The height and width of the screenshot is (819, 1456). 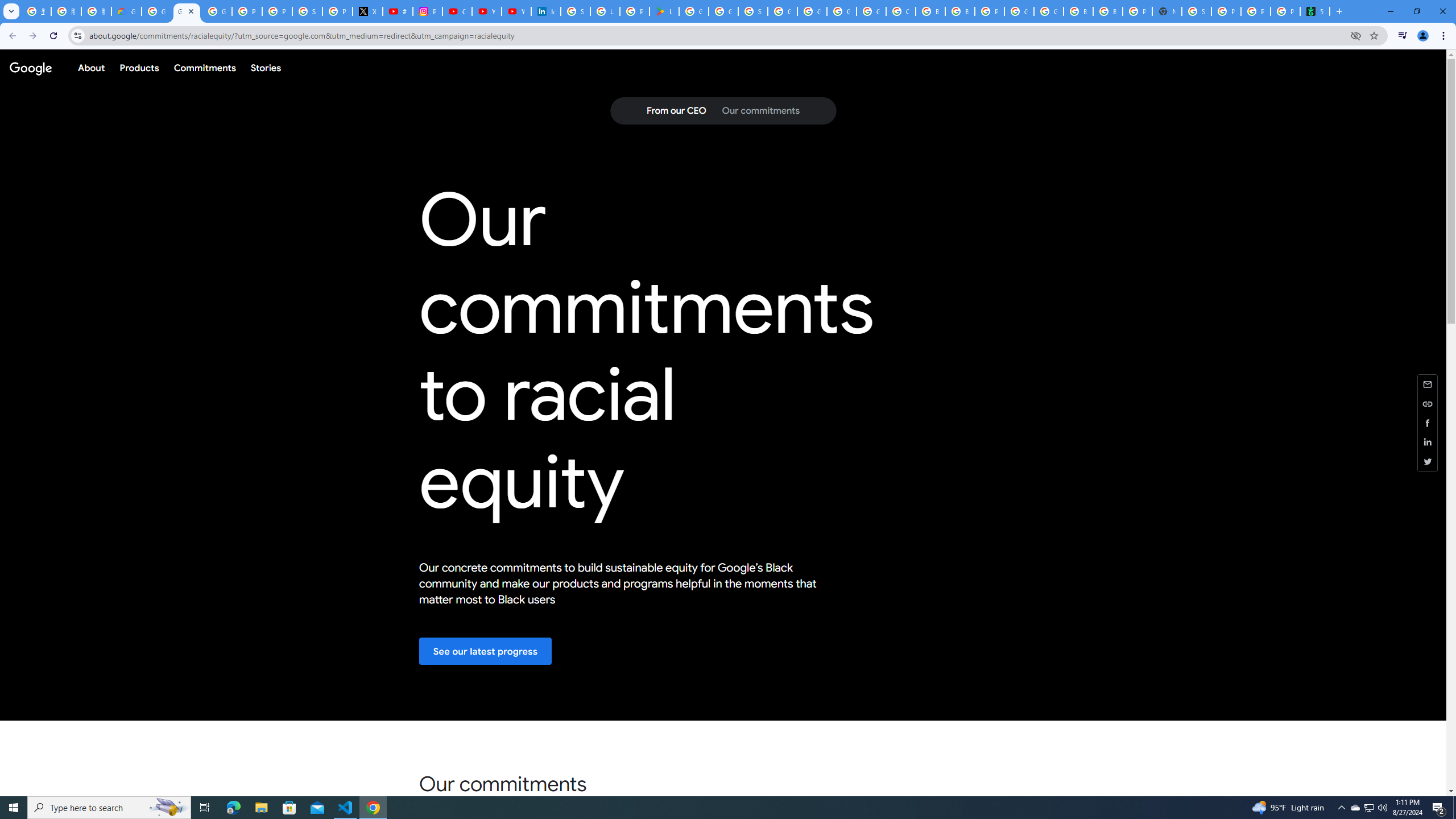 What do you see at coordinates (515, 11) in the screenshot?
I see `'YouTube Culture & Trends - YouTube Top 10, 2021'` at bounding box center [515, 11].